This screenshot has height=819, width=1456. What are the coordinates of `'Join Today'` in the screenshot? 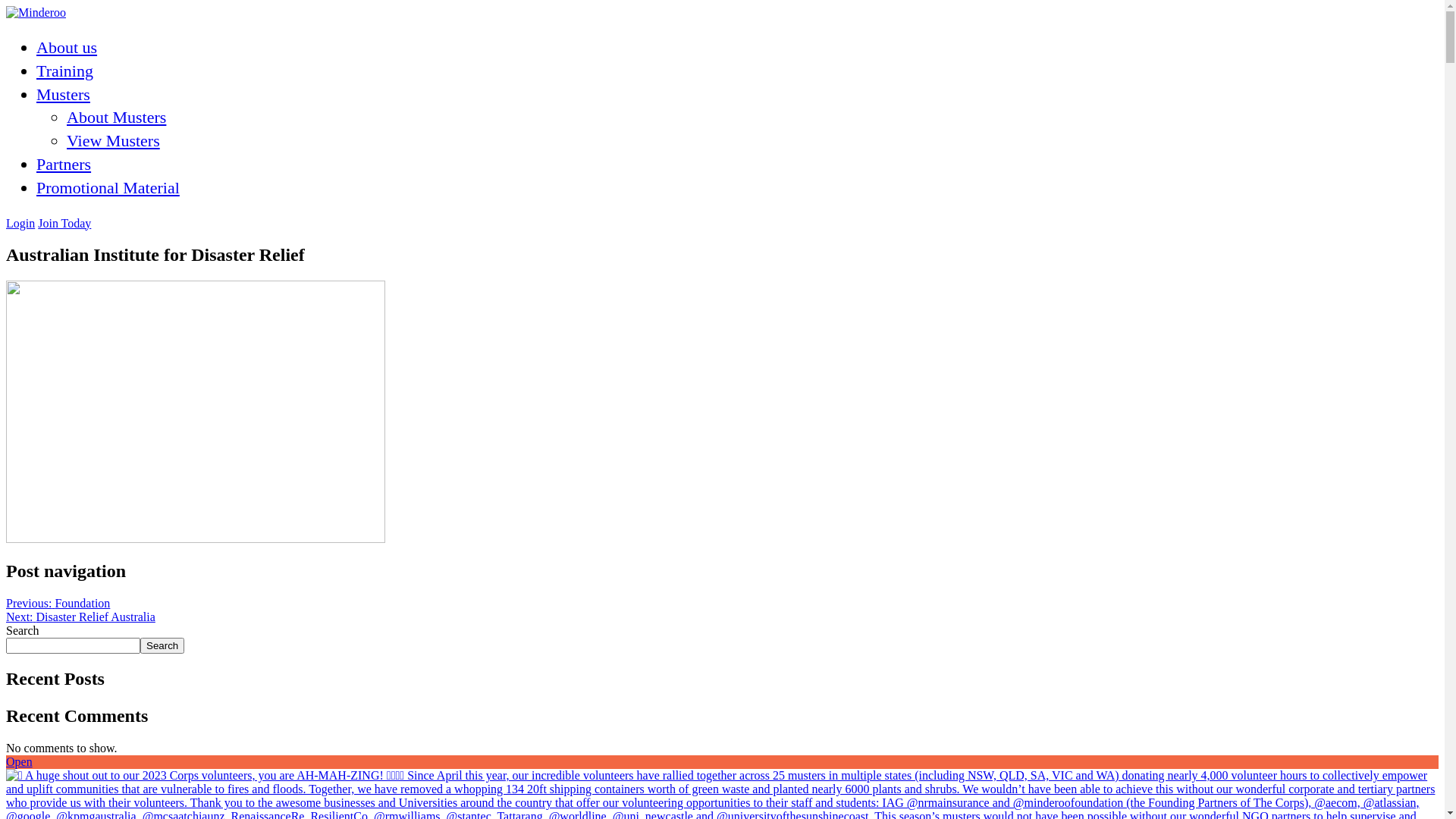 It's located at (64, 223).